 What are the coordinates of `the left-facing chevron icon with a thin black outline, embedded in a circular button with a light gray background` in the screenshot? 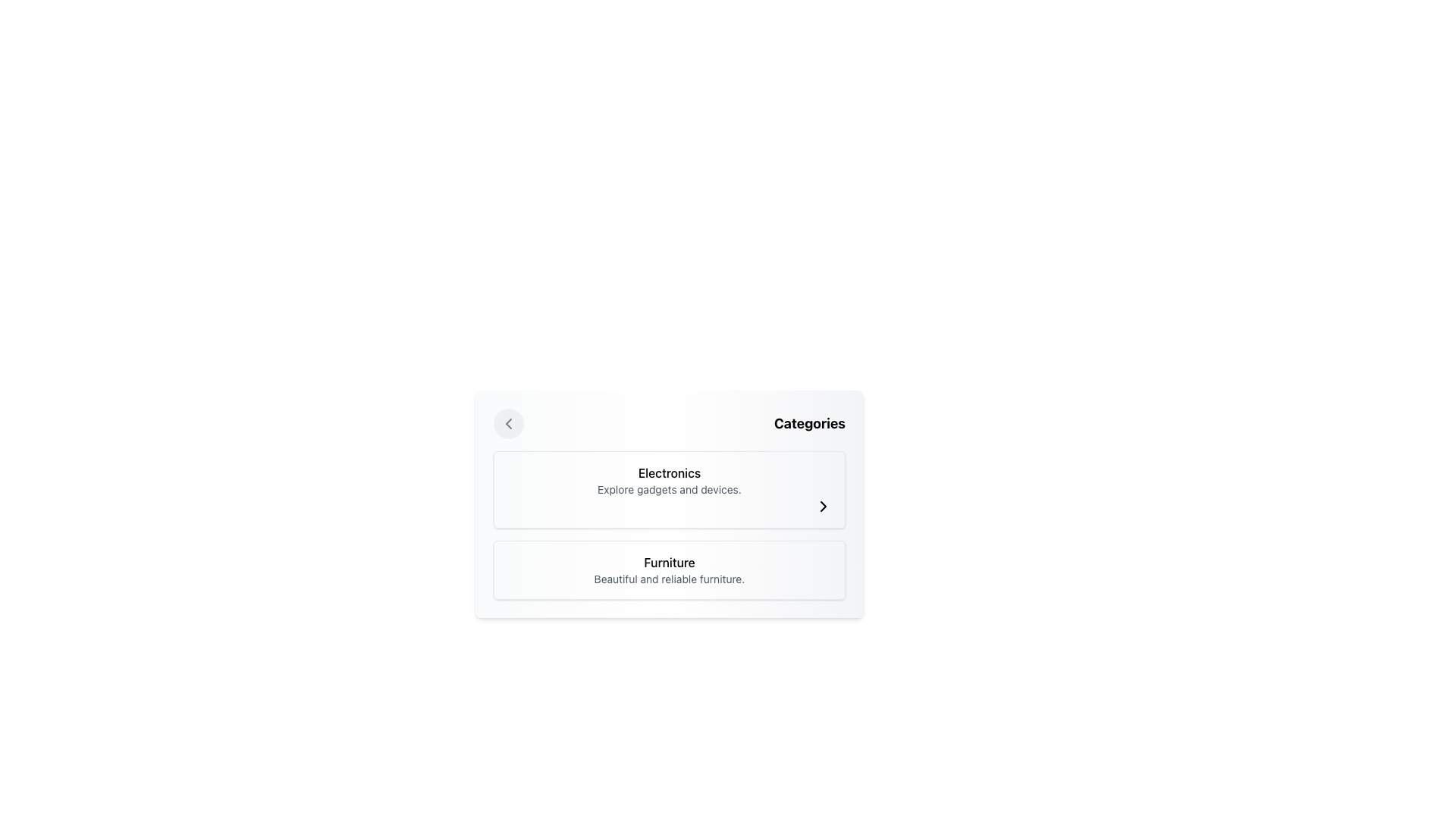 It's located at (509, 424).